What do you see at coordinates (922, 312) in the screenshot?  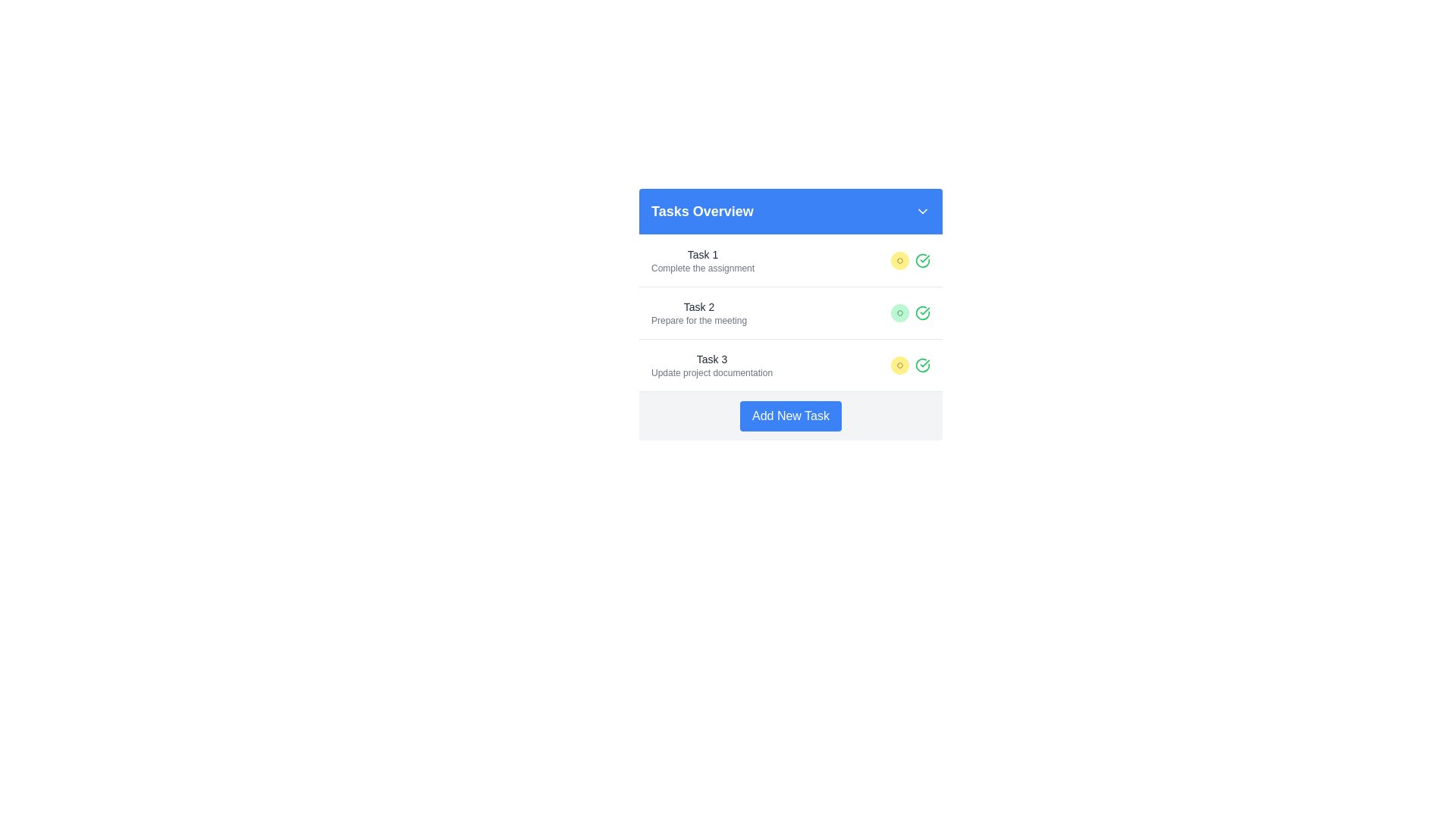 I see `the green circular icon with a checkmark that signifies completion, located to the right of 'Prepare for the meeting' in the 'Task 2' row of the task list` at bounding box center [922, 312].